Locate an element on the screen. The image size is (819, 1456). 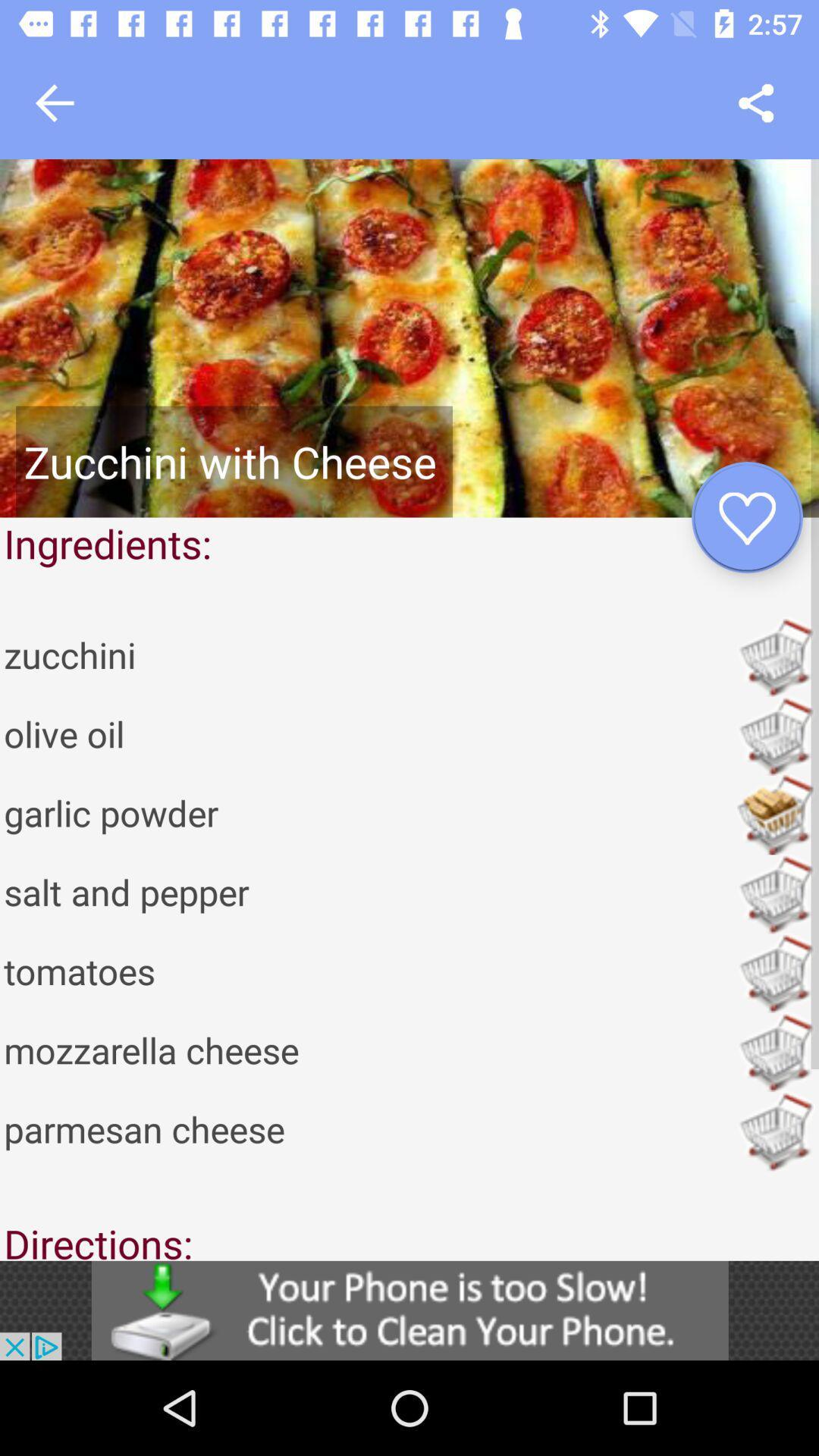
this is an interactive advertisement is located at coordinates (409, 1310).